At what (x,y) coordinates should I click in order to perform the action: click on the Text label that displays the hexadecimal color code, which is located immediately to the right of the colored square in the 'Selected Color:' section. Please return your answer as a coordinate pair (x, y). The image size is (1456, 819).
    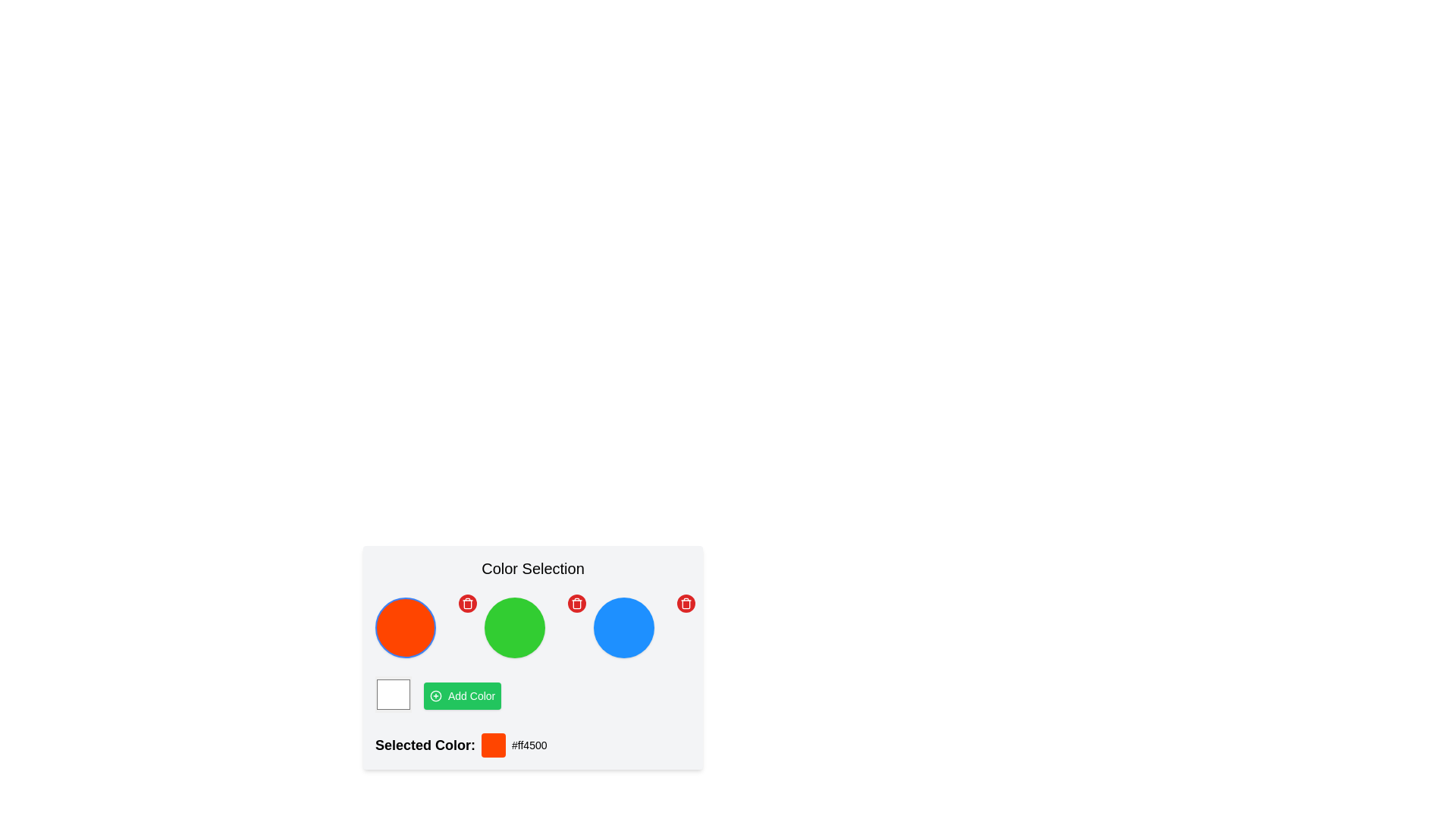
    Looking at the image, I should click on (529, 745).